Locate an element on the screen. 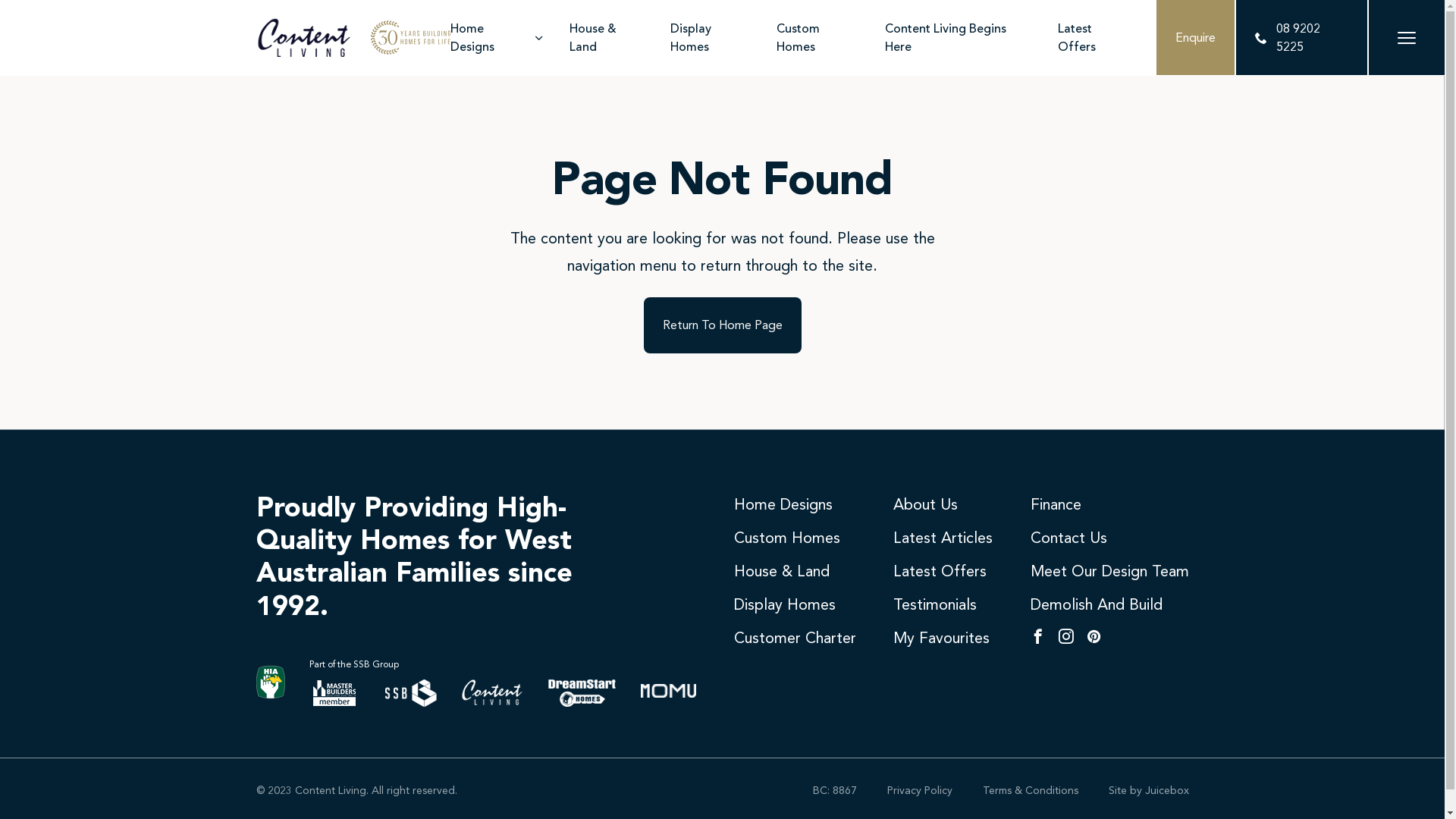  'Demolish And Build' is located at coordinates (1095, 604).